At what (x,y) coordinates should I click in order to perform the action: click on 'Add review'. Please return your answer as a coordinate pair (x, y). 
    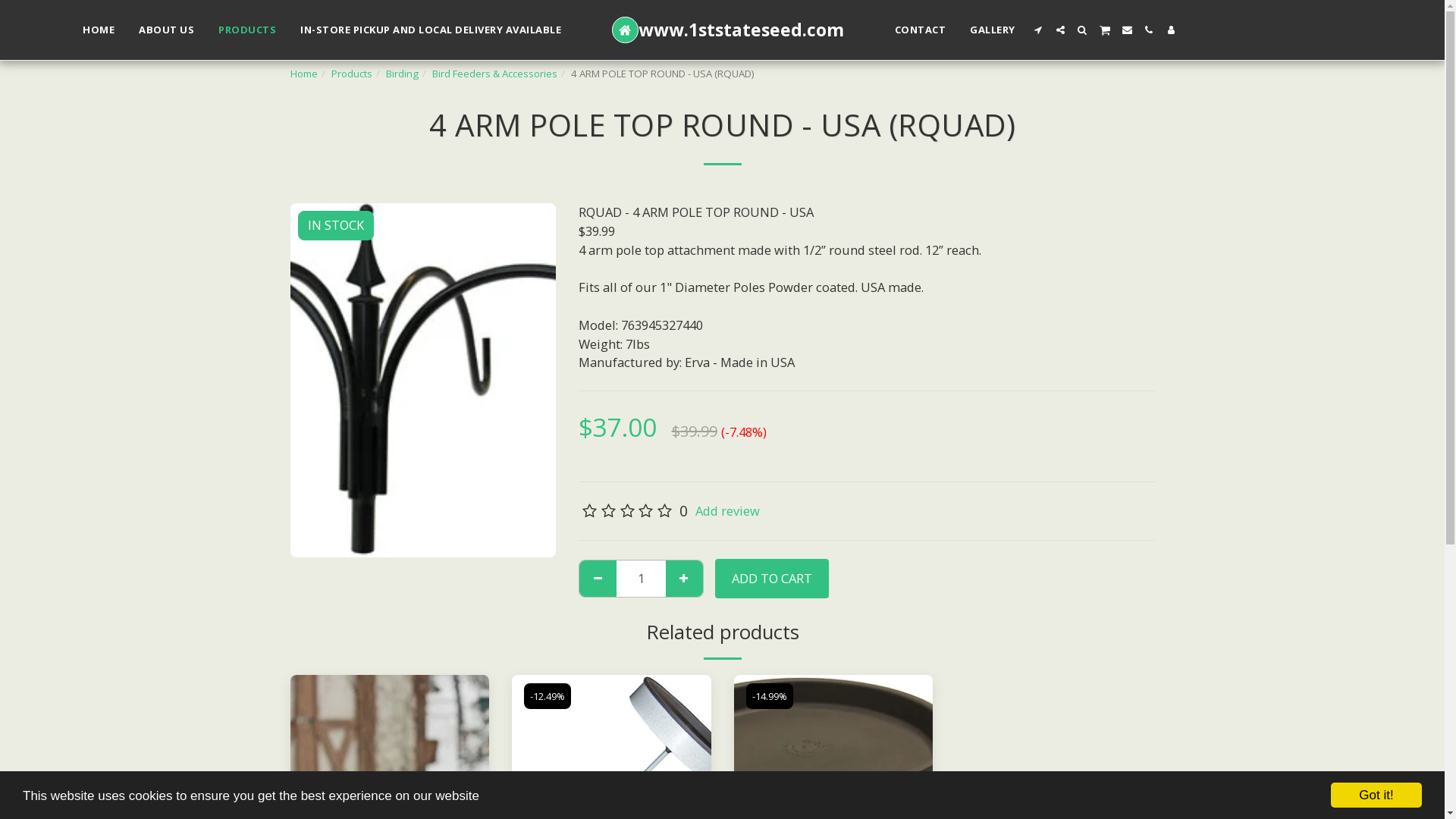
    Looking at the image, I should click on (726, 510).